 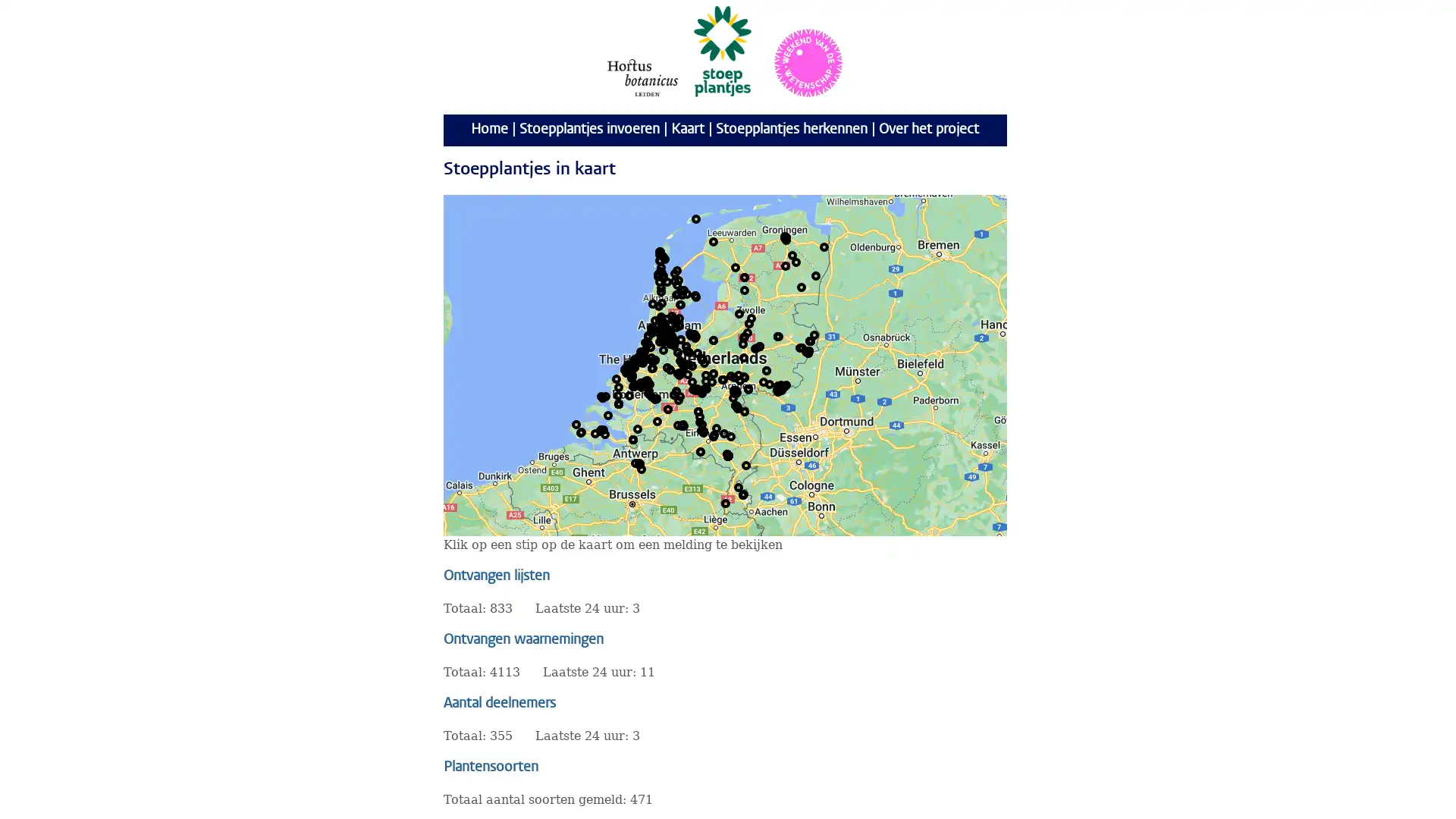 I want to click on Telling van op 24 mei 2022, so click(x=651, y=368).